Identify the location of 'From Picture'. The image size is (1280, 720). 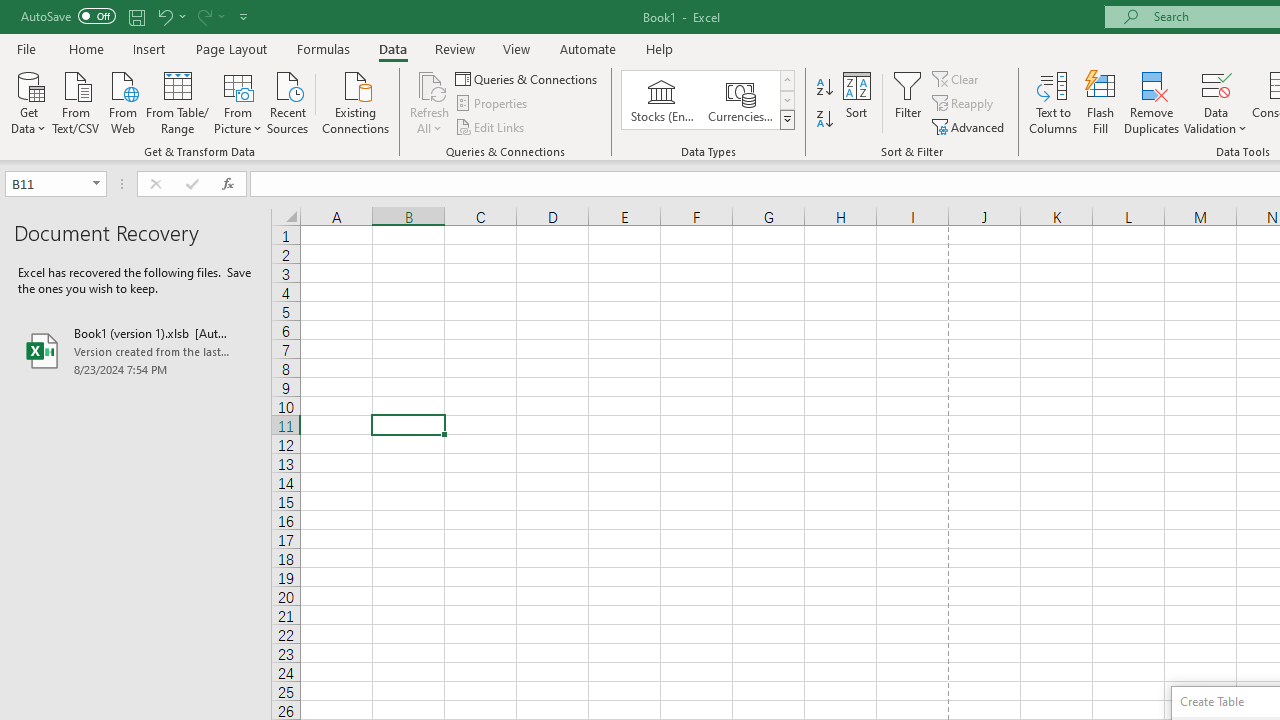
(238, 101).